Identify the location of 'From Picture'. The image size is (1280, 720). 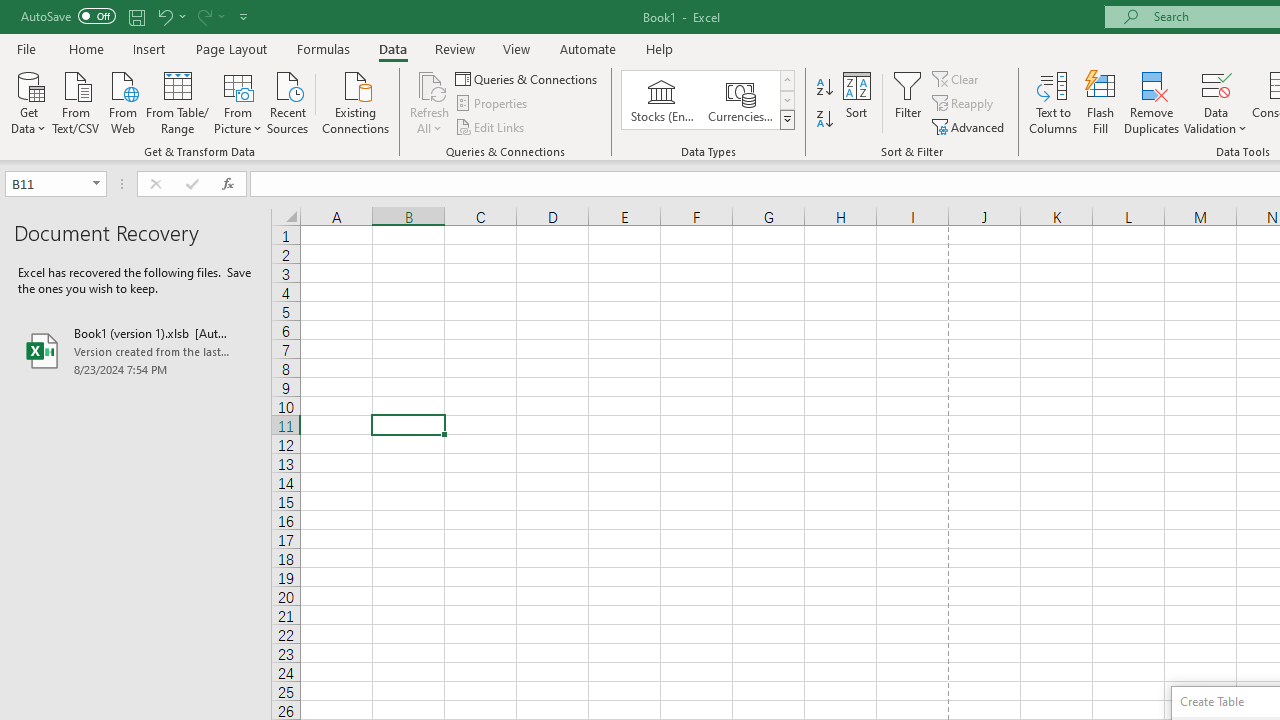
(238, 101).